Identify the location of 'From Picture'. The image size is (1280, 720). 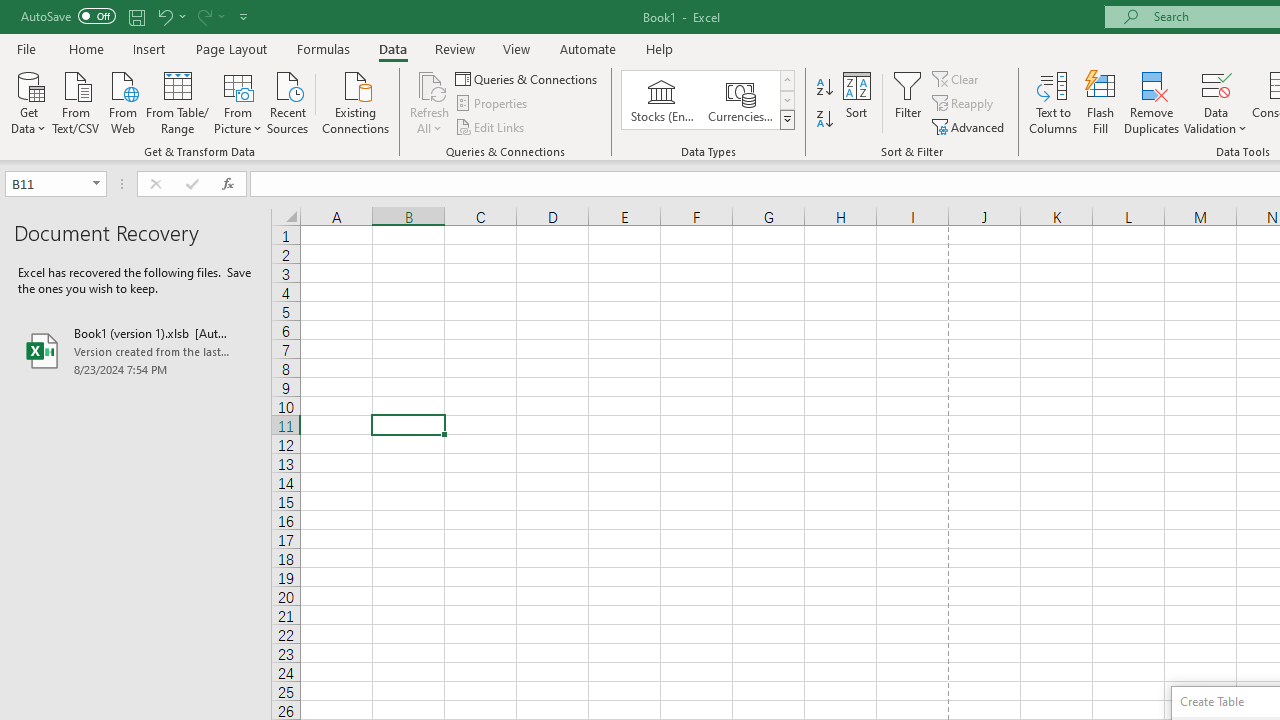
(238, 101).